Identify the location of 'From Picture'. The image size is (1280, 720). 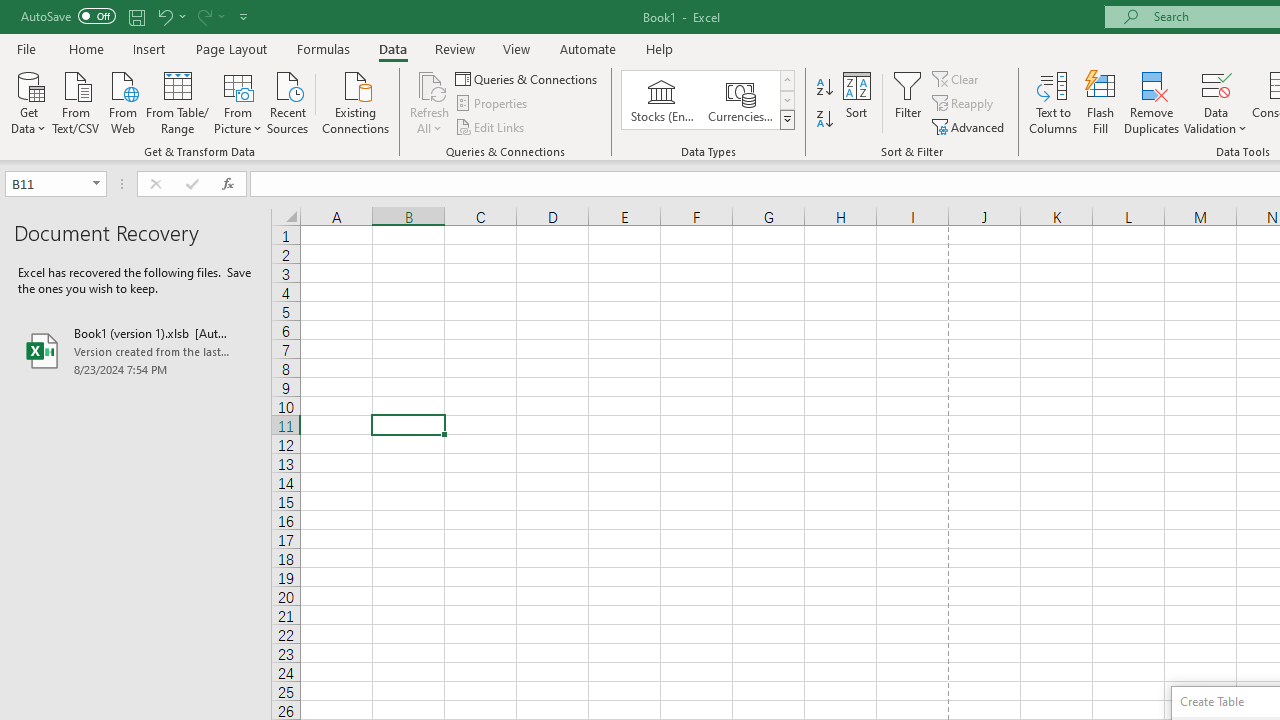
(238, 101).